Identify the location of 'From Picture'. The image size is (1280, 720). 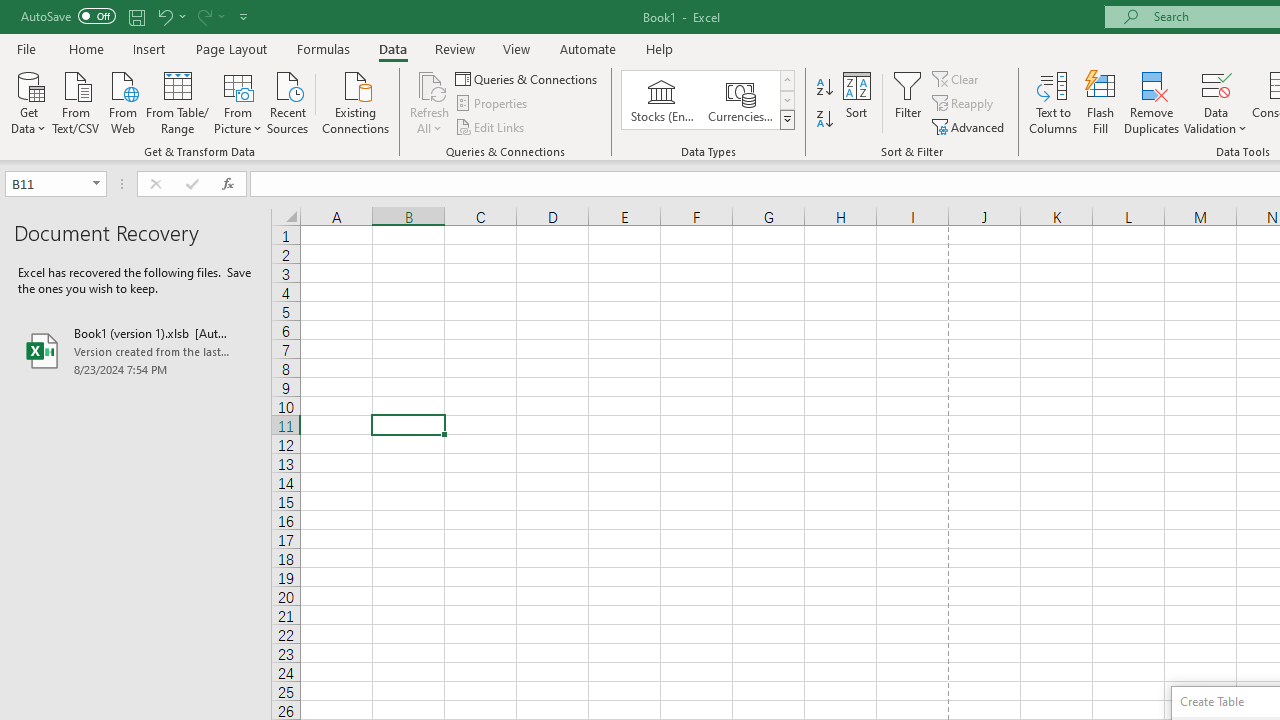
(238, 101).